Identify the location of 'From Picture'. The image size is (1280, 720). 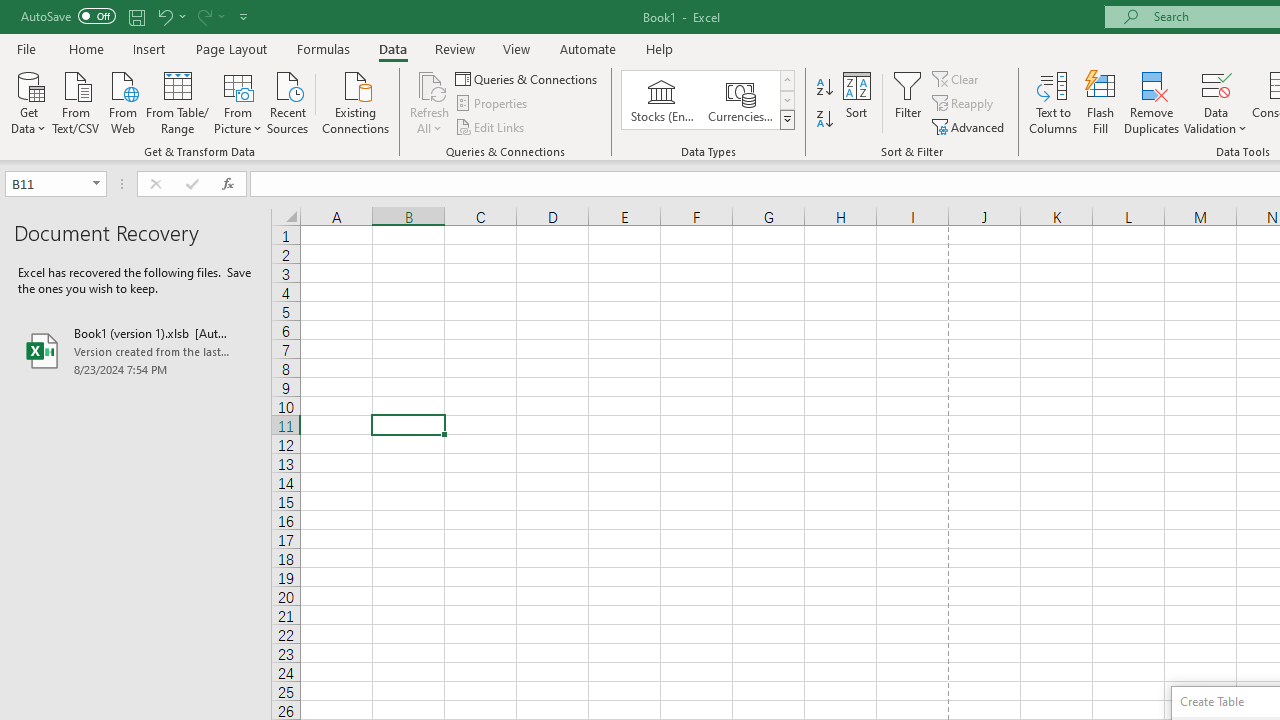
(238, 101).